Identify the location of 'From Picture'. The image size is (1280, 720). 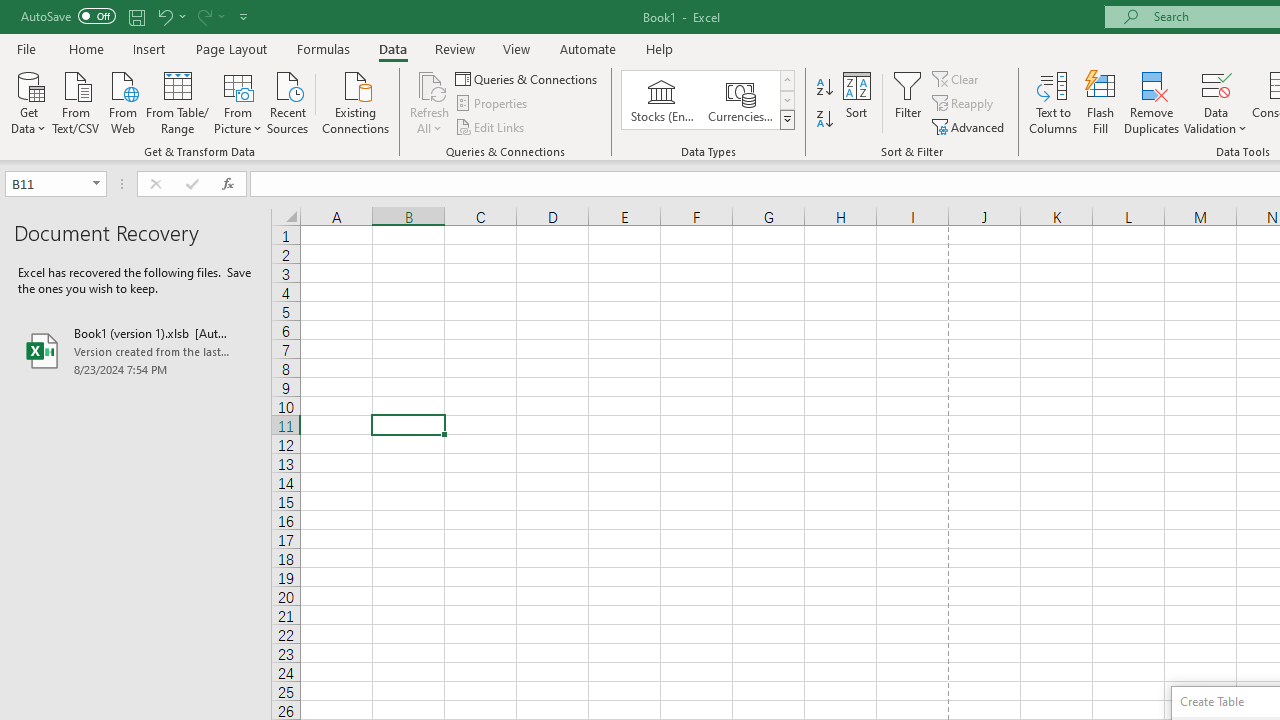
(238, 101).